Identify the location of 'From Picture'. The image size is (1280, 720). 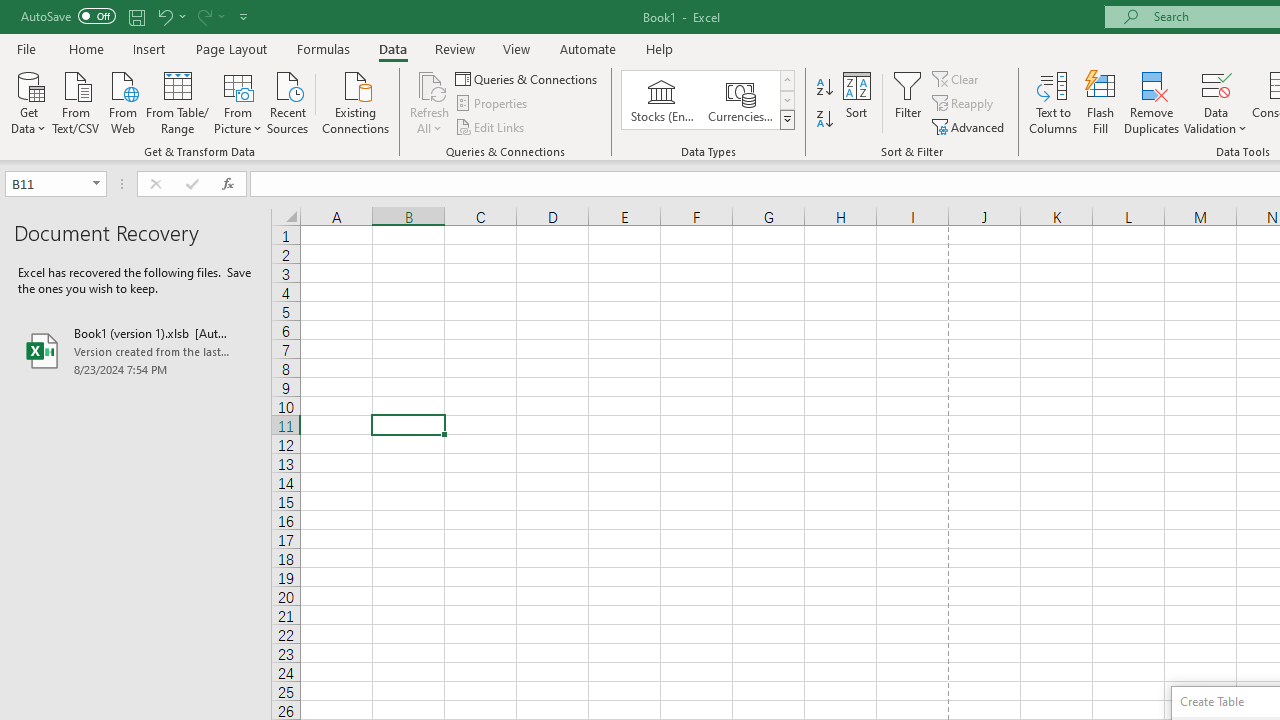
(238, 101).